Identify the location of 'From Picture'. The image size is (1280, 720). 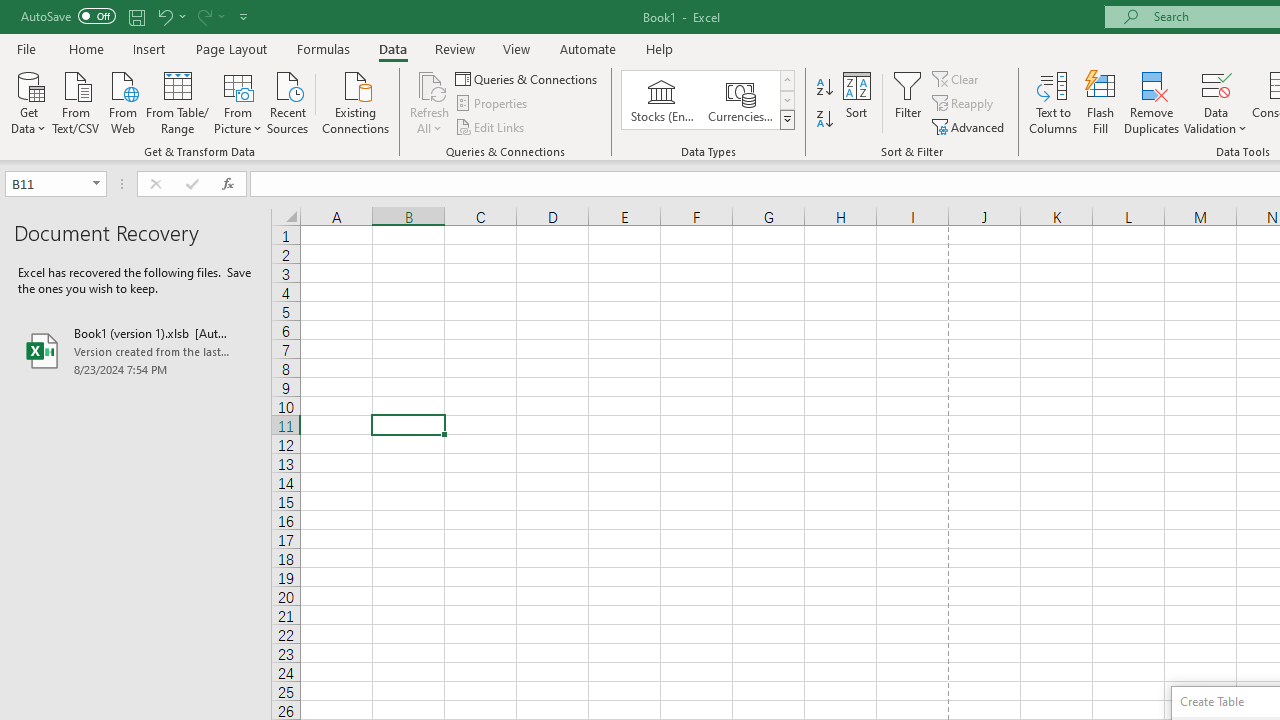
(238, 101).